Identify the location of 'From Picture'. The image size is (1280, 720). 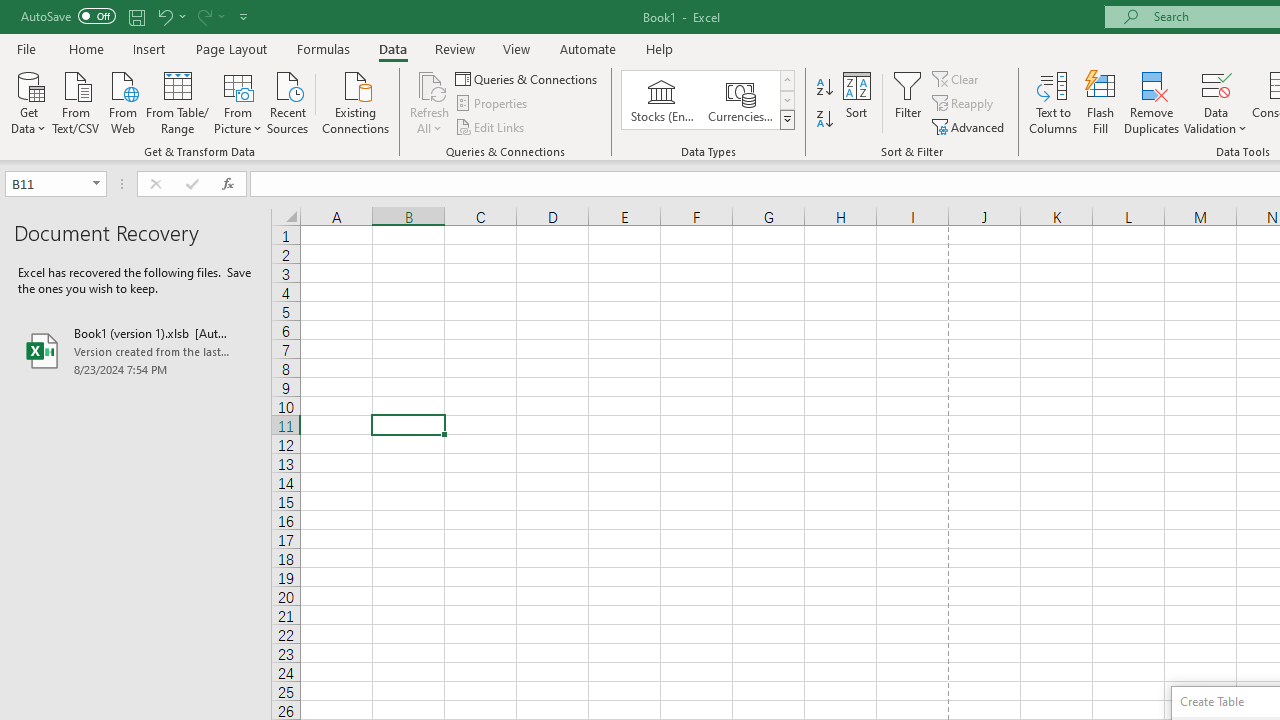
(238, 101).